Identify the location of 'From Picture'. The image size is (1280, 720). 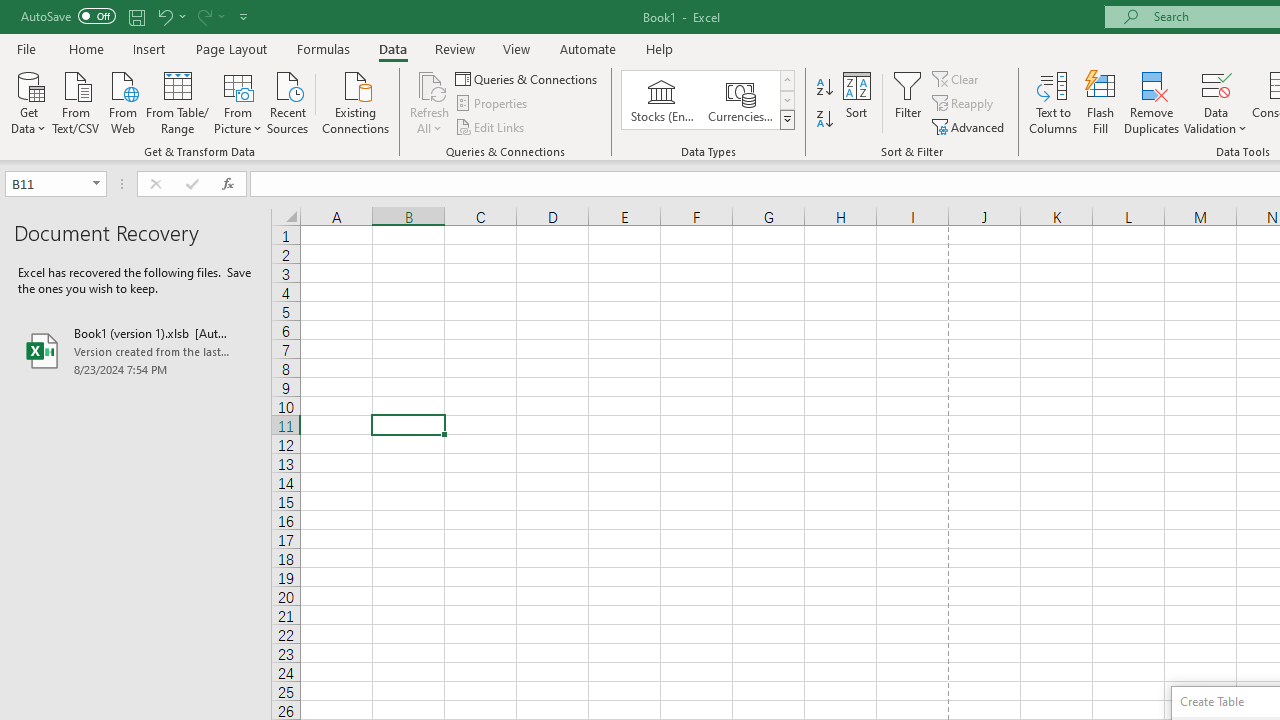
(238, 101).